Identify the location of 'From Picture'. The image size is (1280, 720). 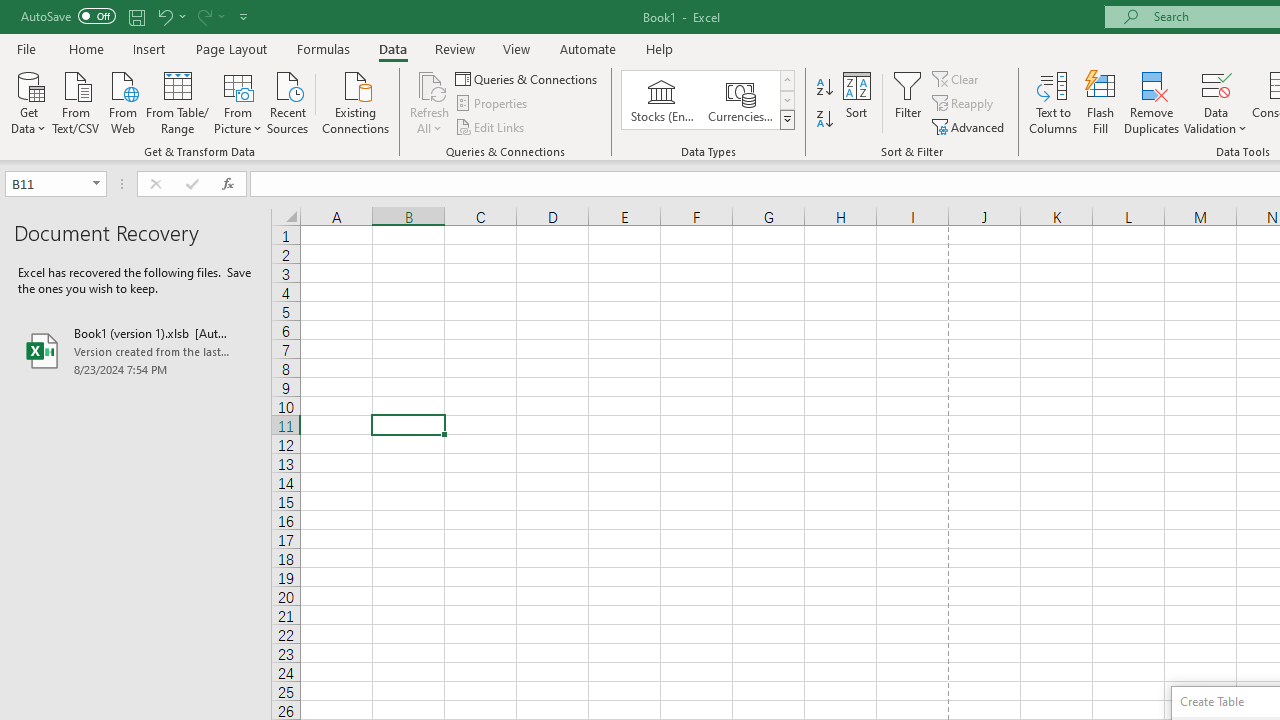
(238, 101).